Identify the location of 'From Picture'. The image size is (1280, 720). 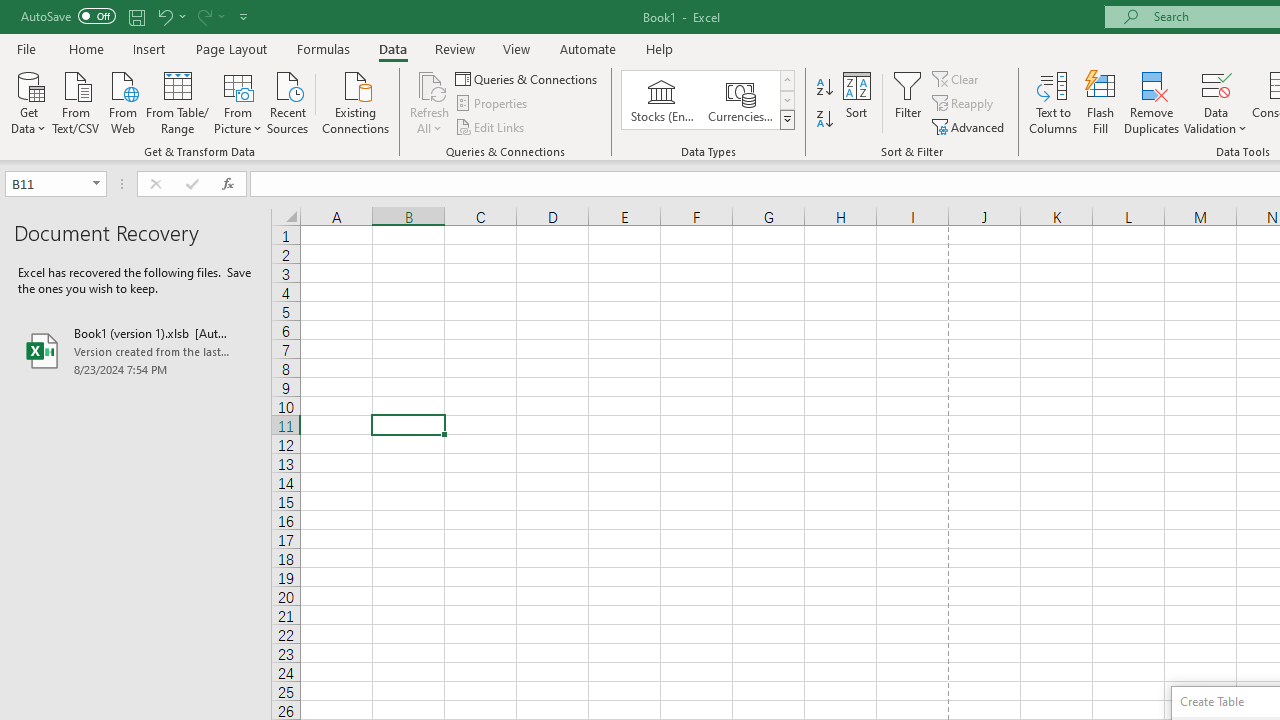
(238, 101).